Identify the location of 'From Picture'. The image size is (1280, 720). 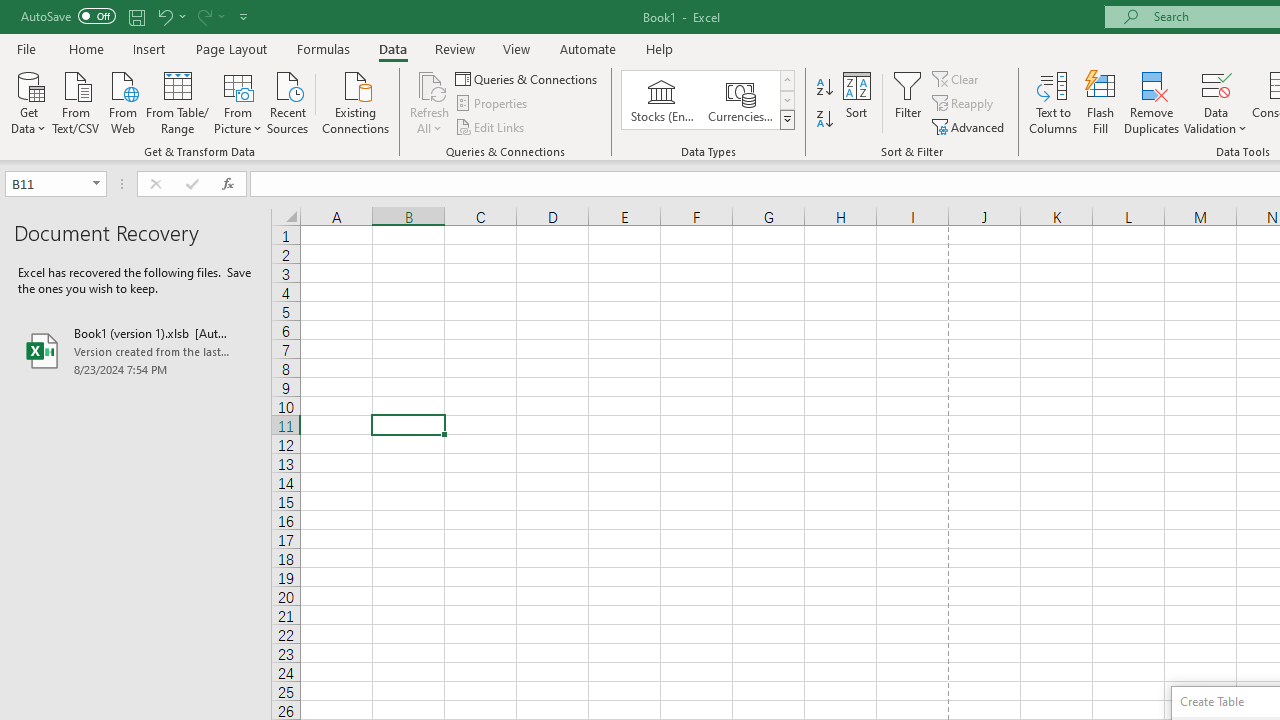
(238, 101).